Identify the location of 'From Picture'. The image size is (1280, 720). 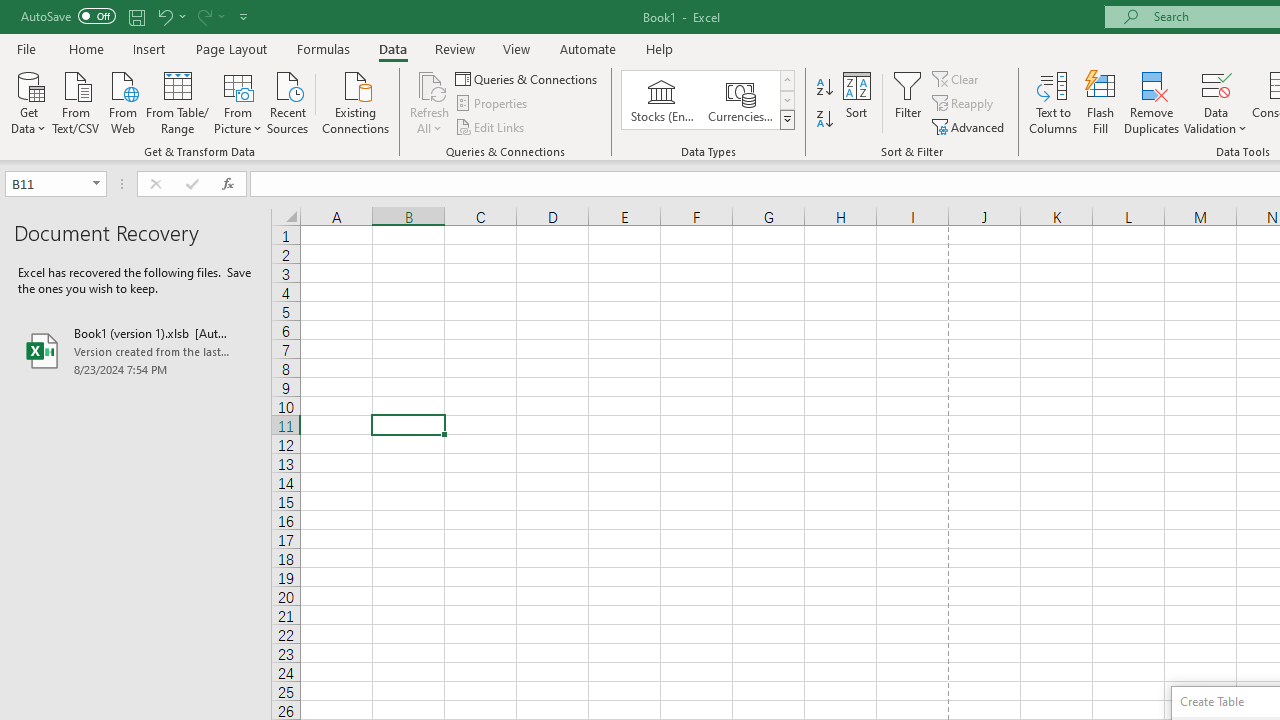
(238, 101).